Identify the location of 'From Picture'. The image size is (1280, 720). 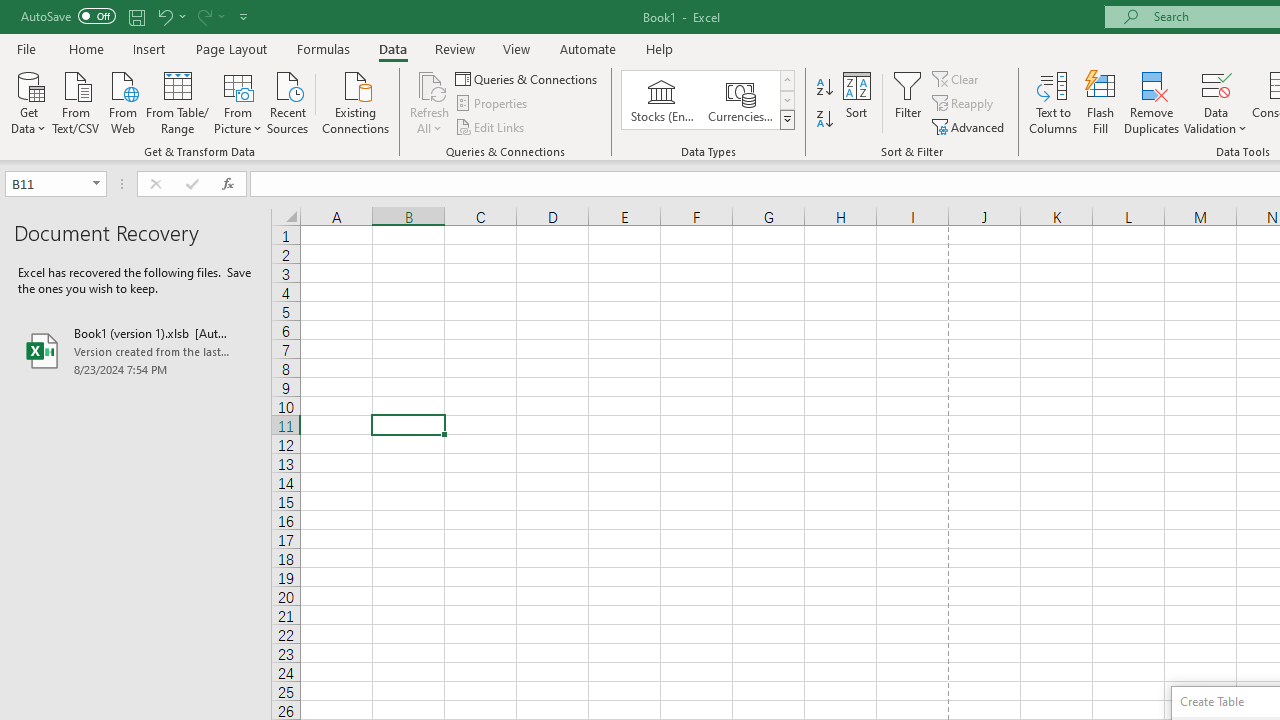
(238, 101).